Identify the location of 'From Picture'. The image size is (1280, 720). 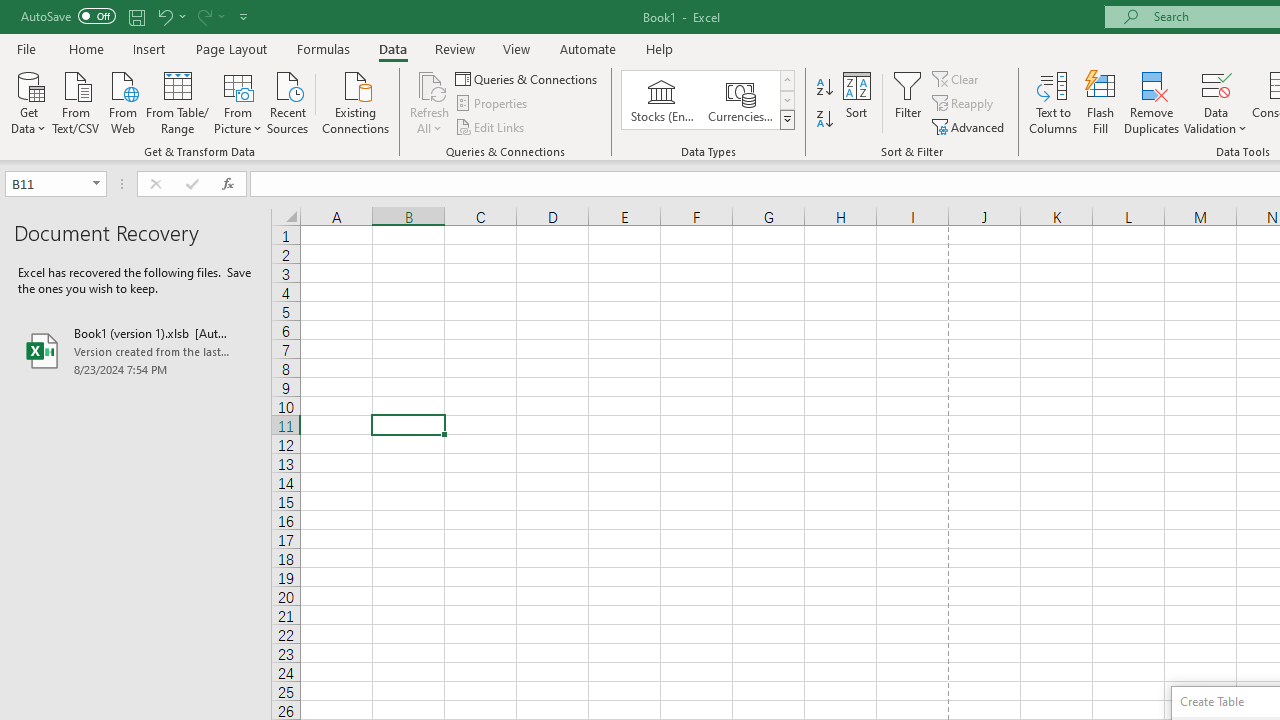
(238, 101).